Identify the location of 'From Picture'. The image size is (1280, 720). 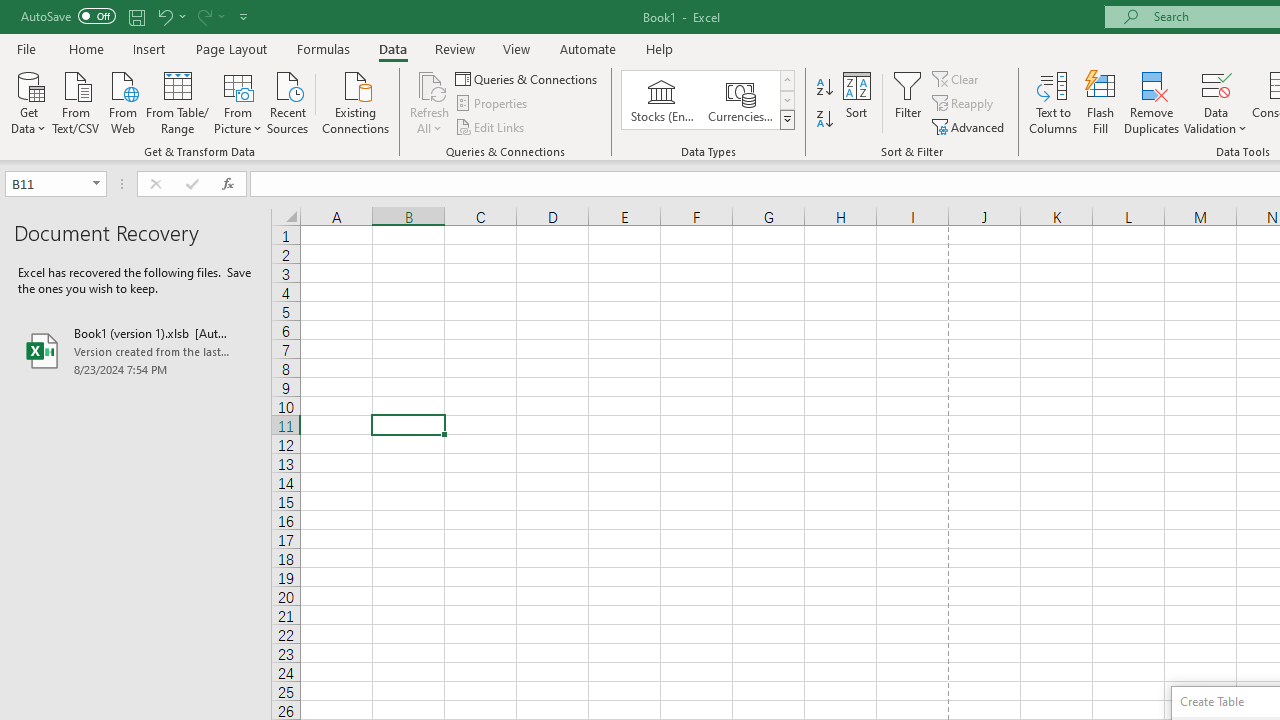
(238, 101).